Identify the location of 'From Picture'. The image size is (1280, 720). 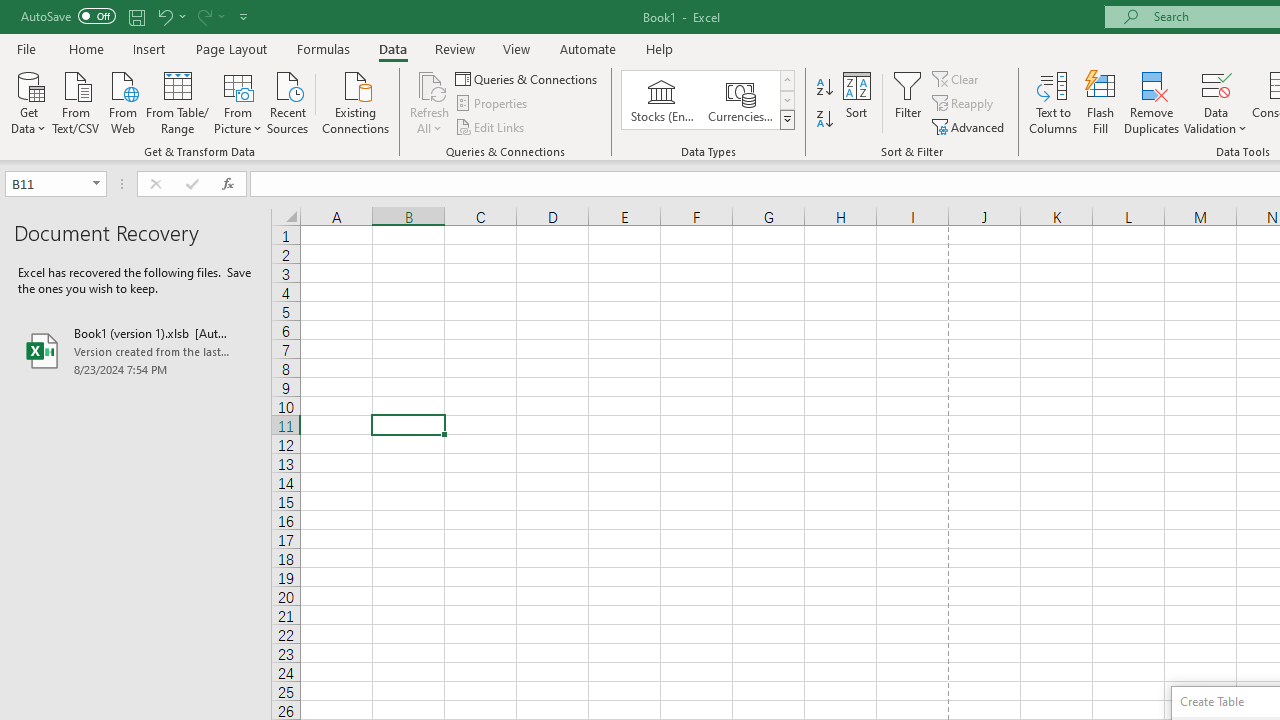
(238, 101).